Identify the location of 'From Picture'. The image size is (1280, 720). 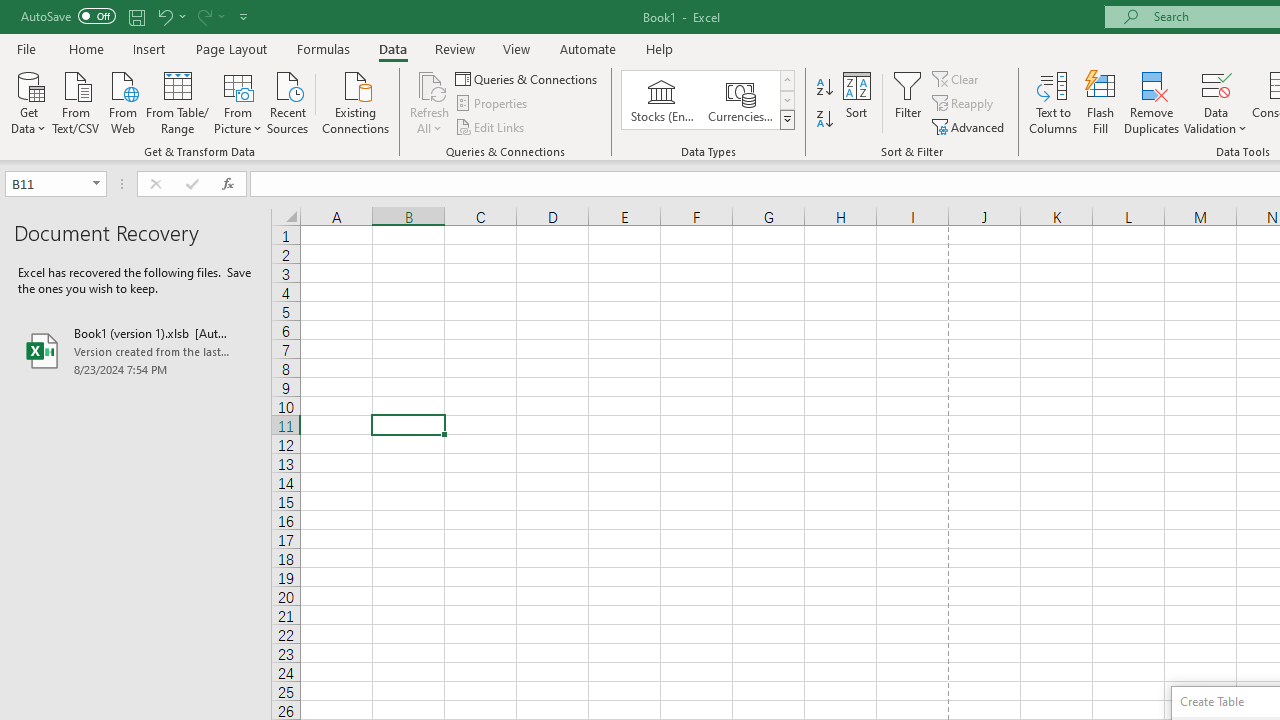
(238, 101).